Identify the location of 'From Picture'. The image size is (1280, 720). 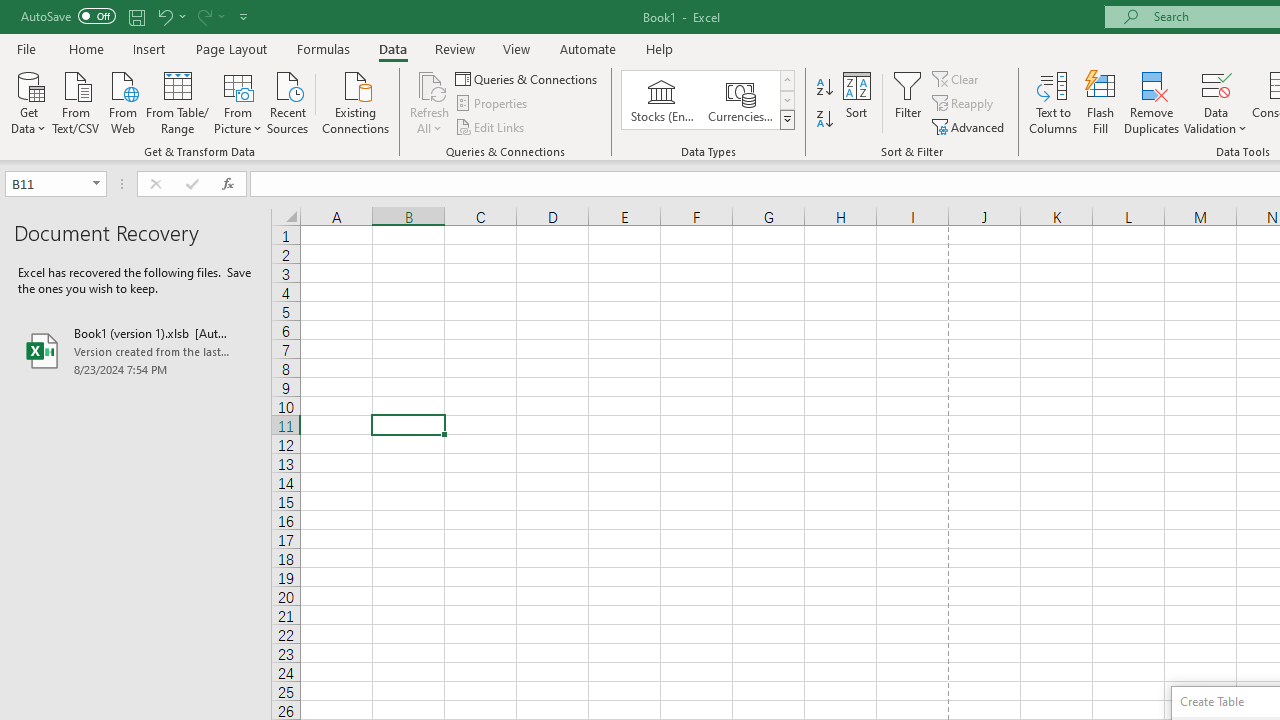
(238, 101).